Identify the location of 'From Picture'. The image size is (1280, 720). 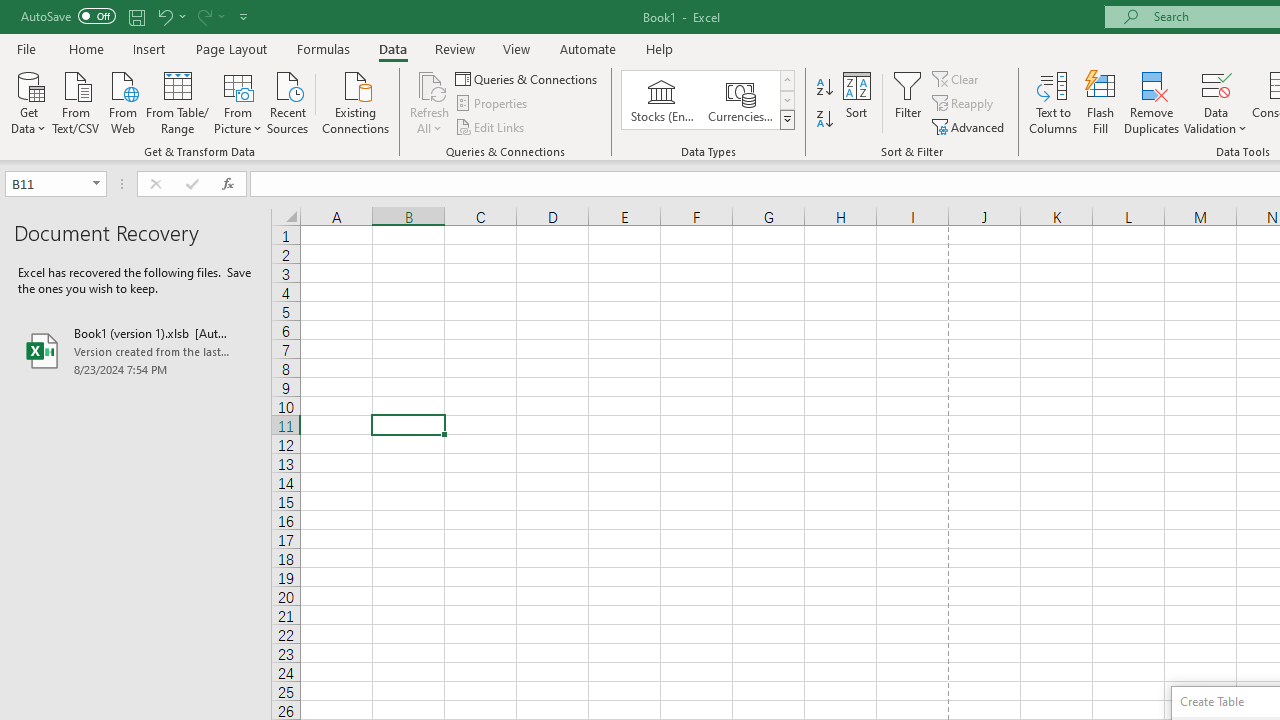
(238, 101).